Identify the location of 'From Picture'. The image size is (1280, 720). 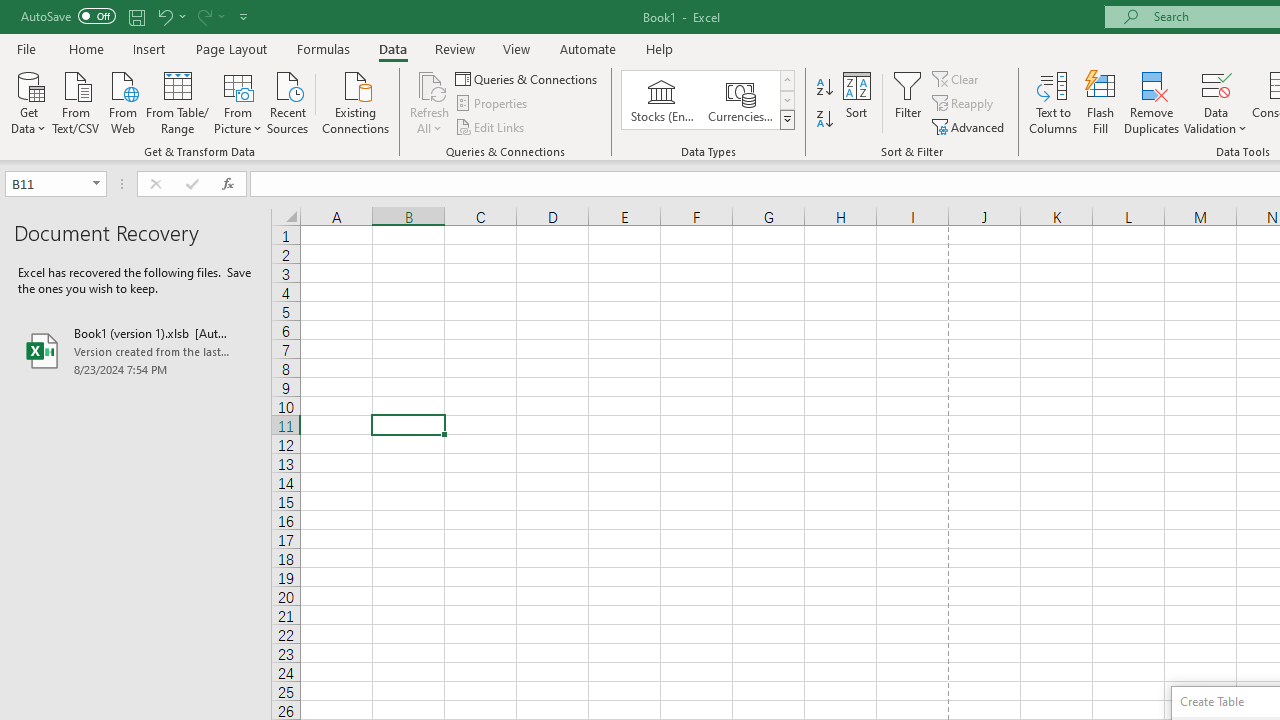
(238, 101).